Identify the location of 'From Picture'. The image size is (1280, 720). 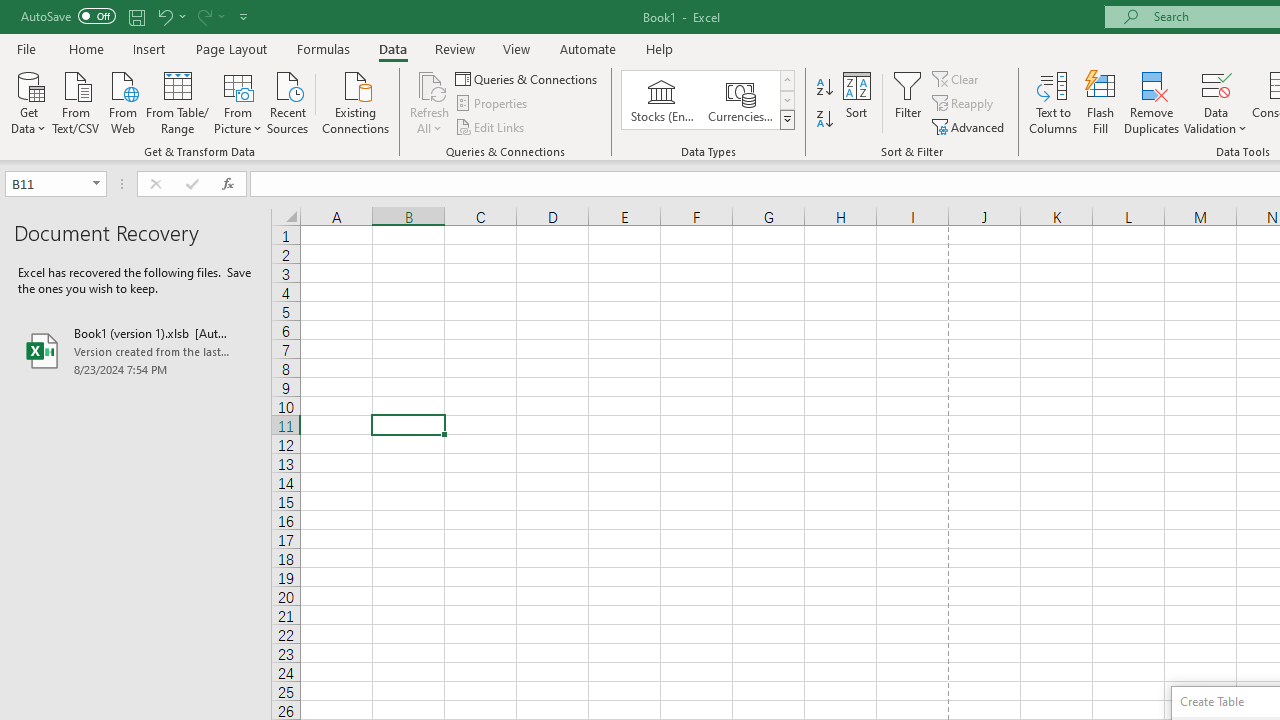
(238, 101).